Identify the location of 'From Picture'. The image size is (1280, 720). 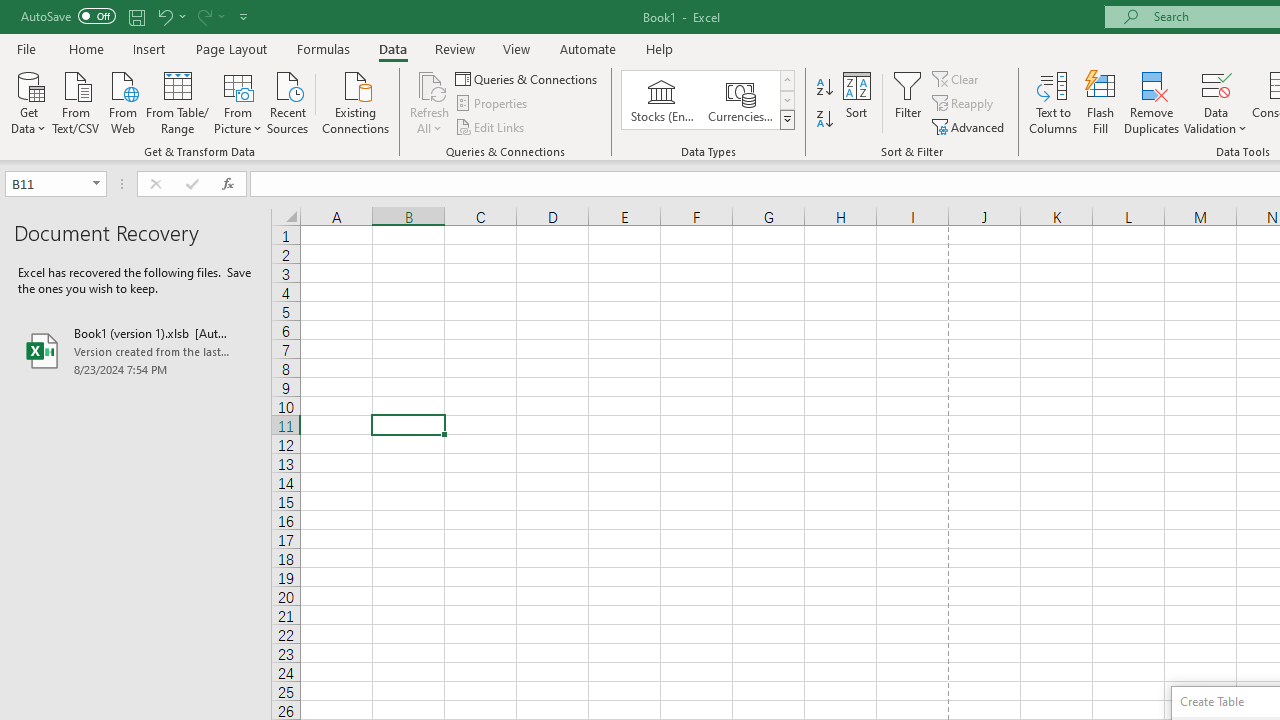
(238, 101).